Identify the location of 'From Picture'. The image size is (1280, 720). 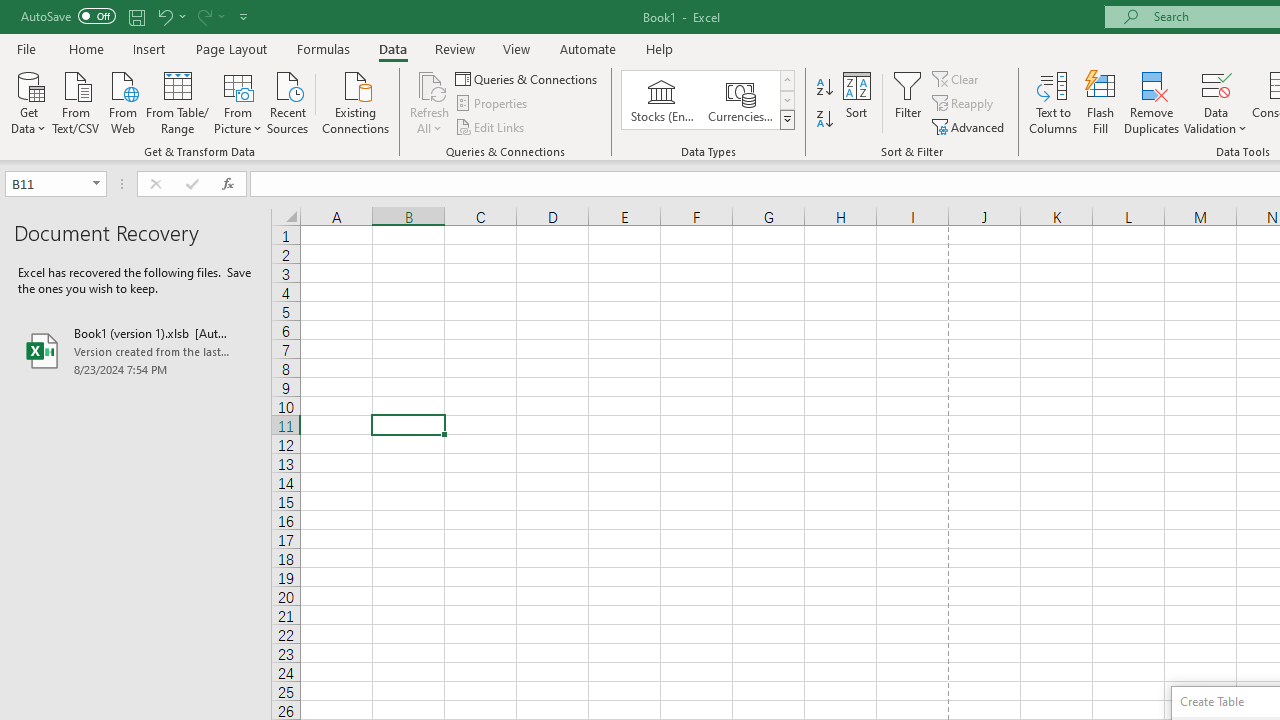
(238, 101).